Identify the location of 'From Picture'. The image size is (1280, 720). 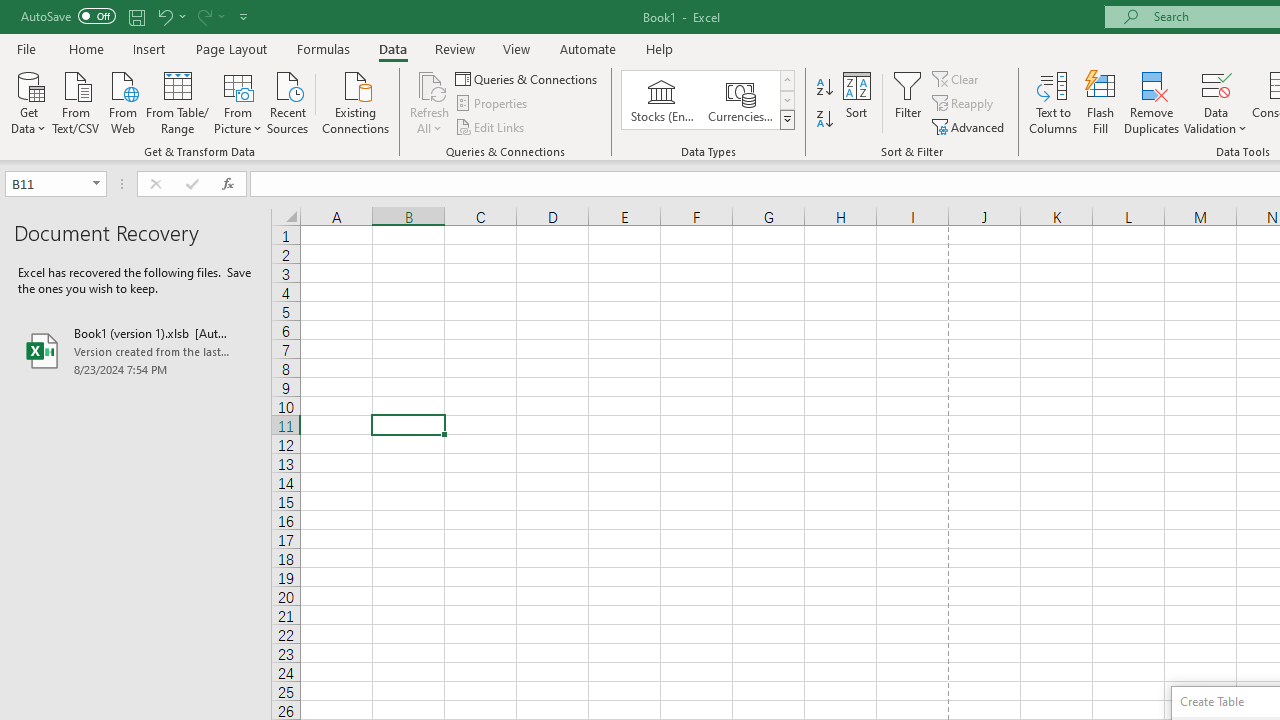
(238, 101).